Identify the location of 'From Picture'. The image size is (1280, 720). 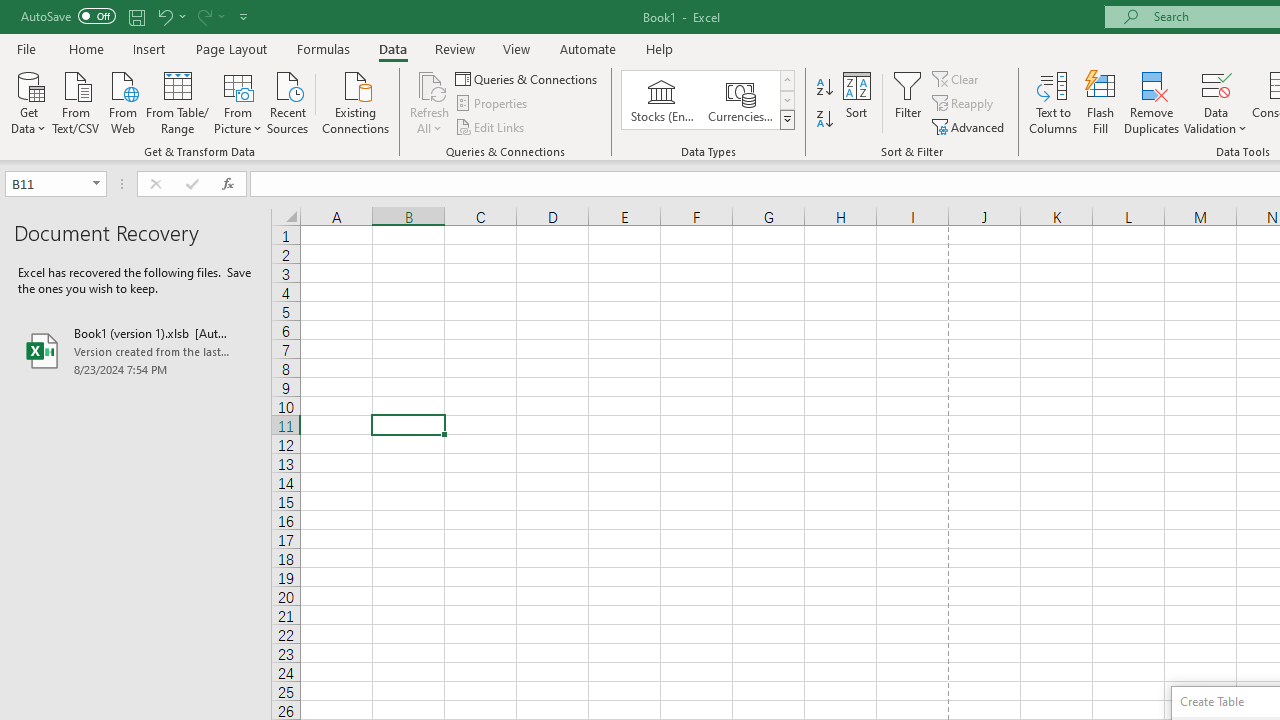
(238, 101).